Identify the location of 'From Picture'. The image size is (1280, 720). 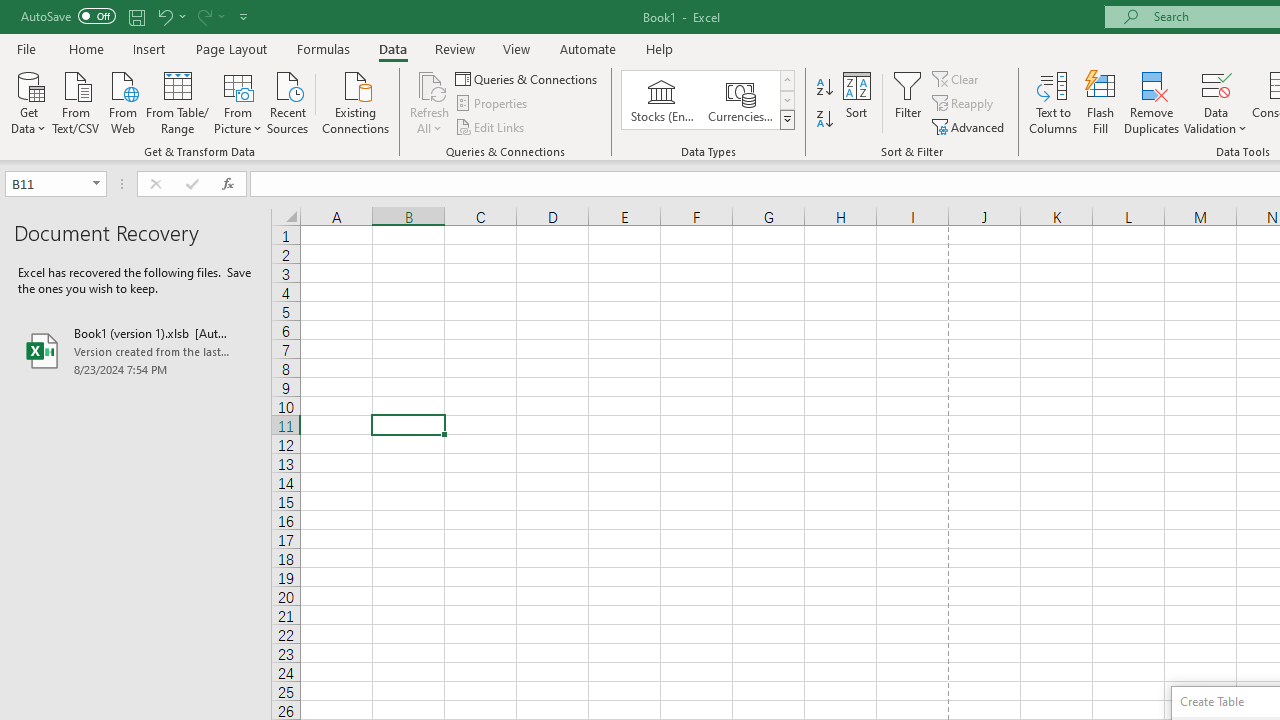
(238, 101).